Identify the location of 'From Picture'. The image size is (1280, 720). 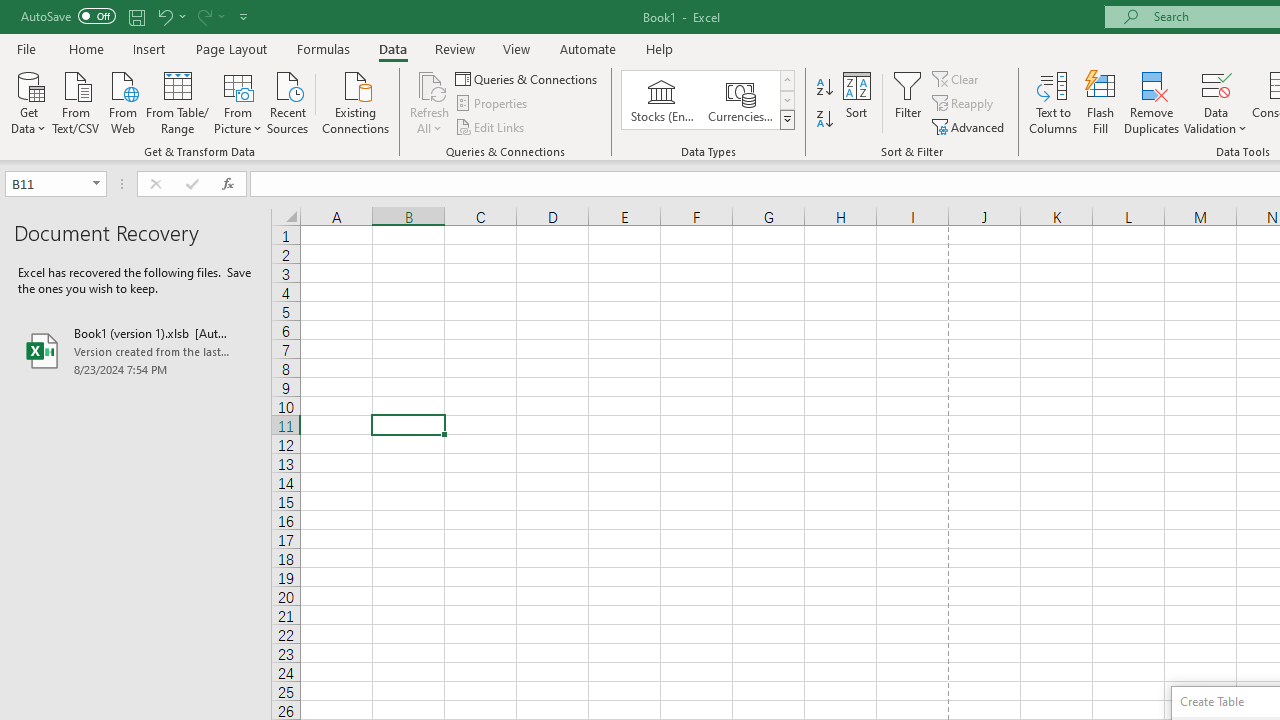
(238, 101).